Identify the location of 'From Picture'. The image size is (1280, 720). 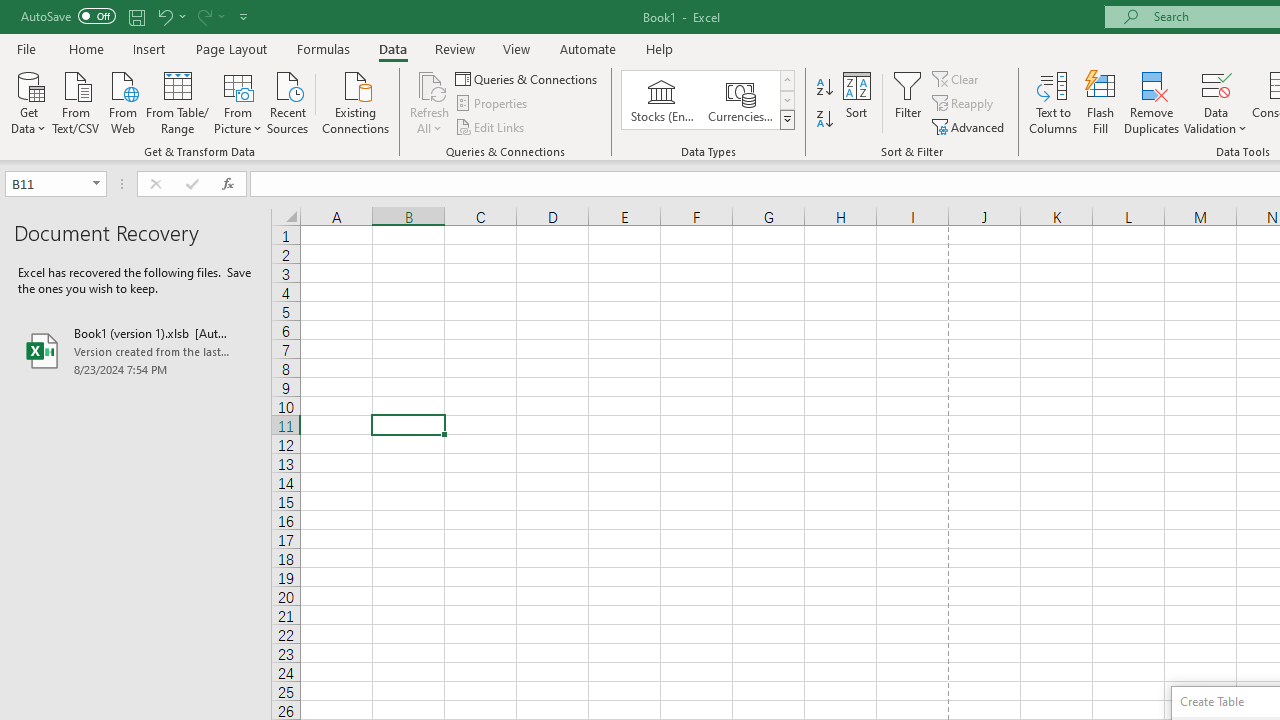
(238, 101).